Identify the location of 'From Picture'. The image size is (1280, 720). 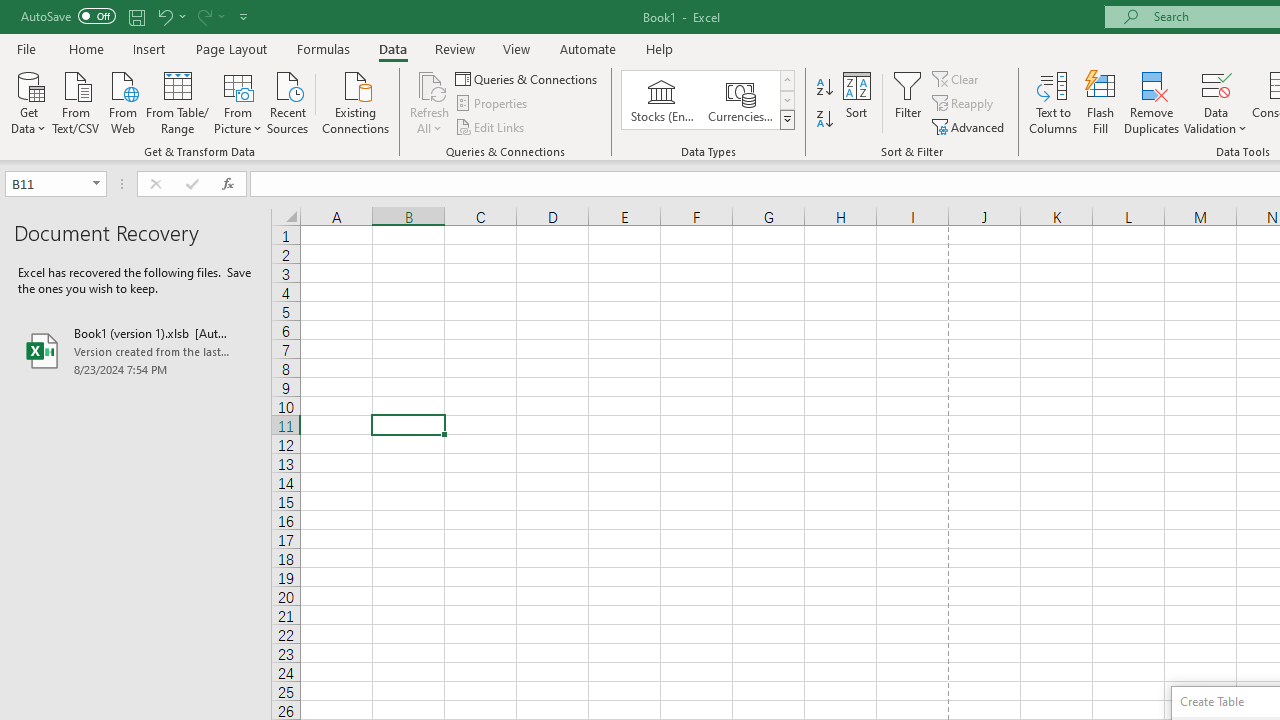
(238, 101).